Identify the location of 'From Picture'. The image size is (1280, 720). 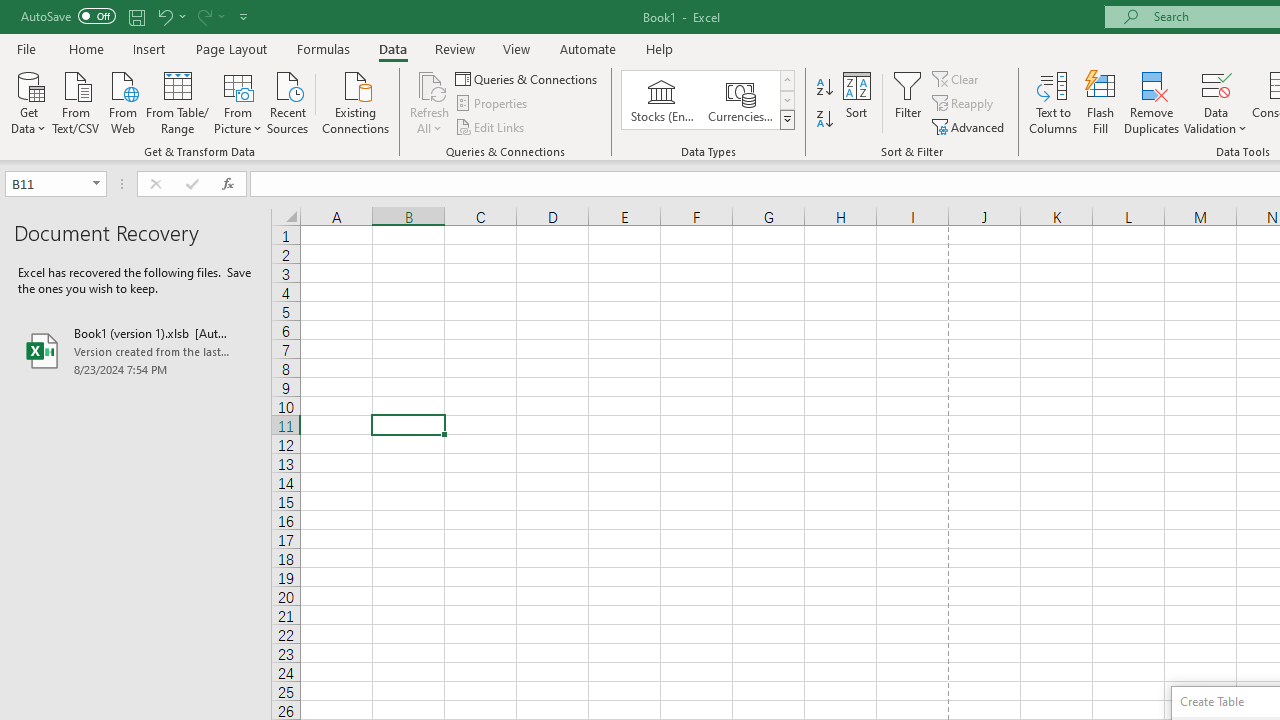
(238, 101).